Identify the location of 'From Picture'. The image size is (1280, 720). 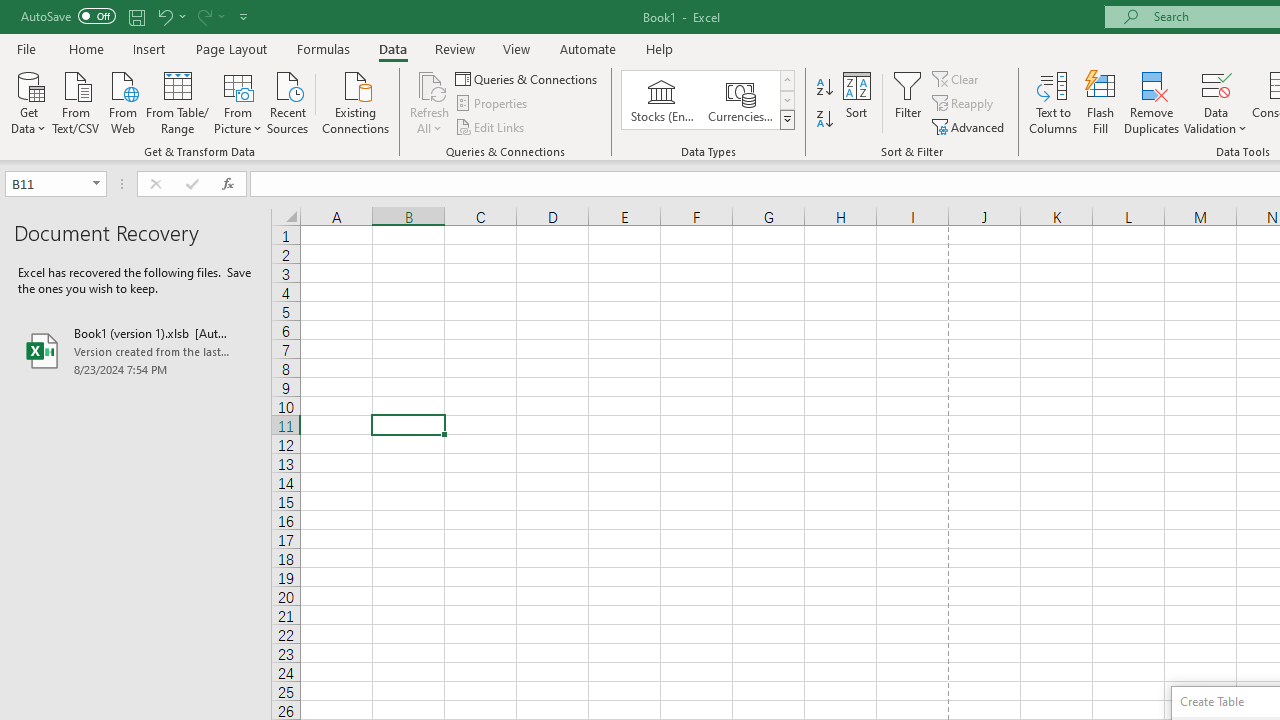
(238, 101).